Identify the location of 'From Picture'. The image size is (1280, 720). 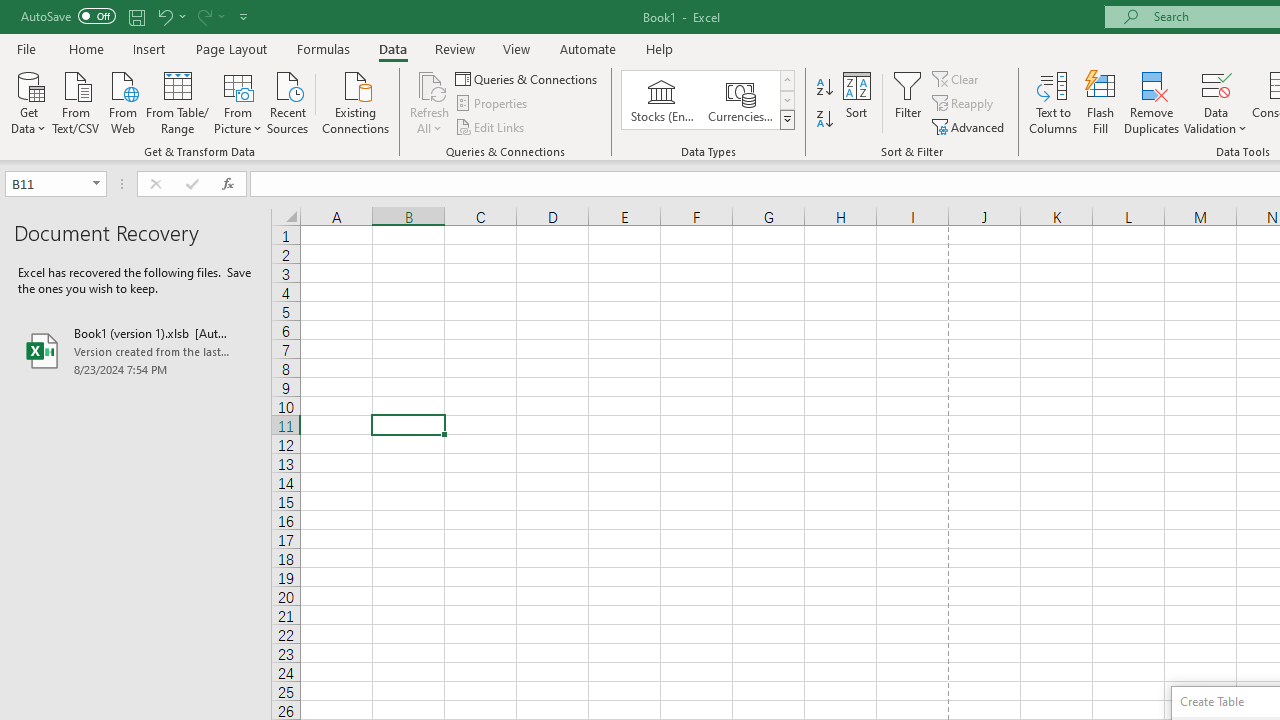
(238, 101).